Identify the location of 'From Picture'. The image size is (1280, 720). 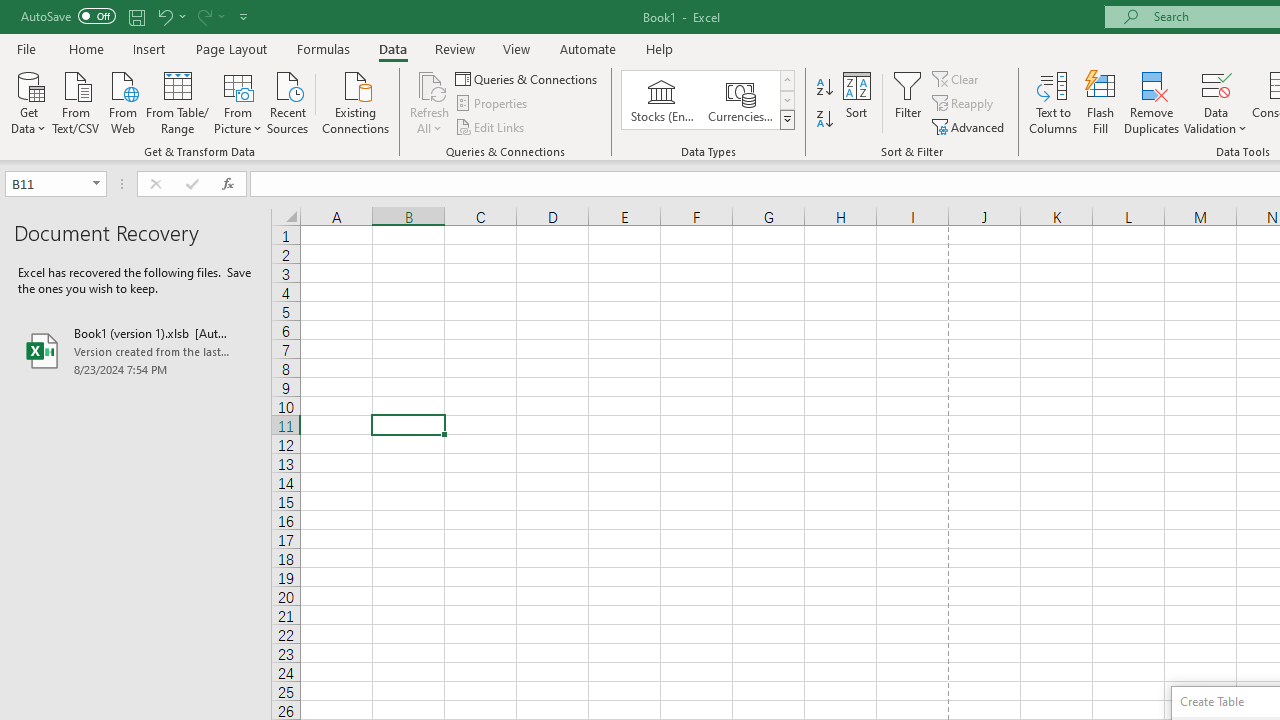
(238, 101).